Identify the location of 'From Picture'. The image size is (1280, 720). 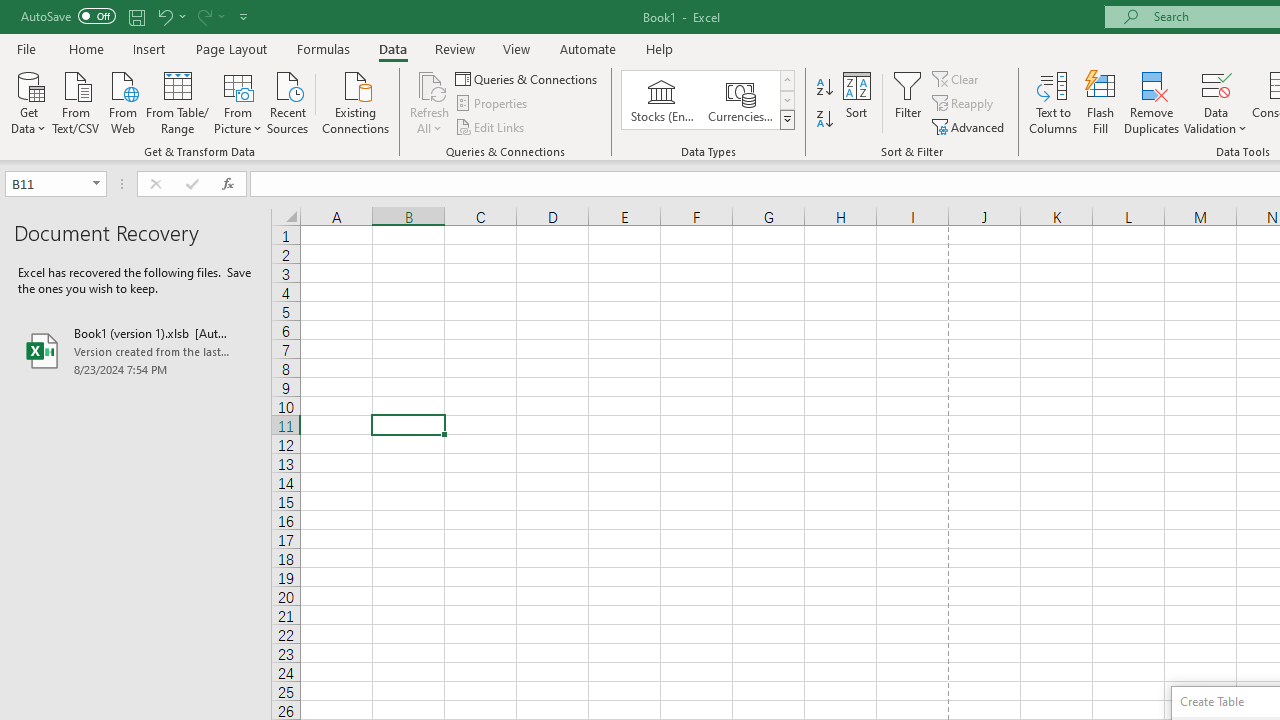
(238, 101).